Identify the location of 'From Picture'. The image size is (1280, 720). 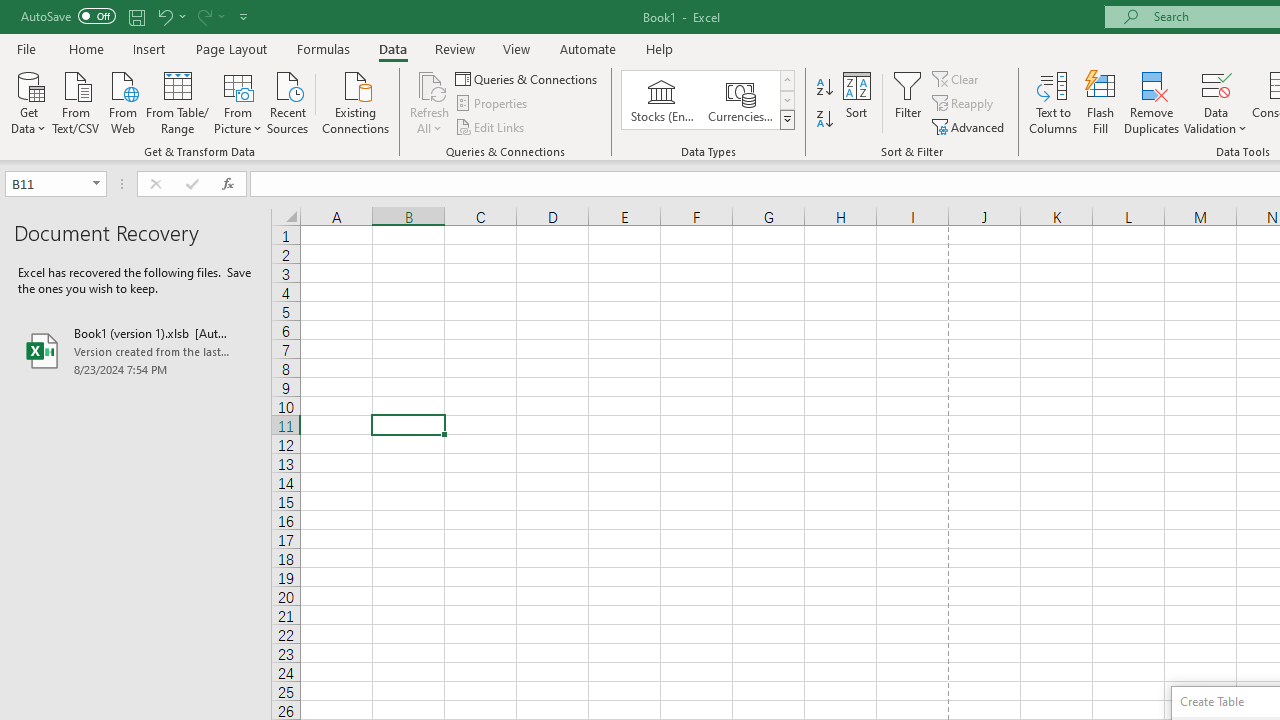
(238, 101).